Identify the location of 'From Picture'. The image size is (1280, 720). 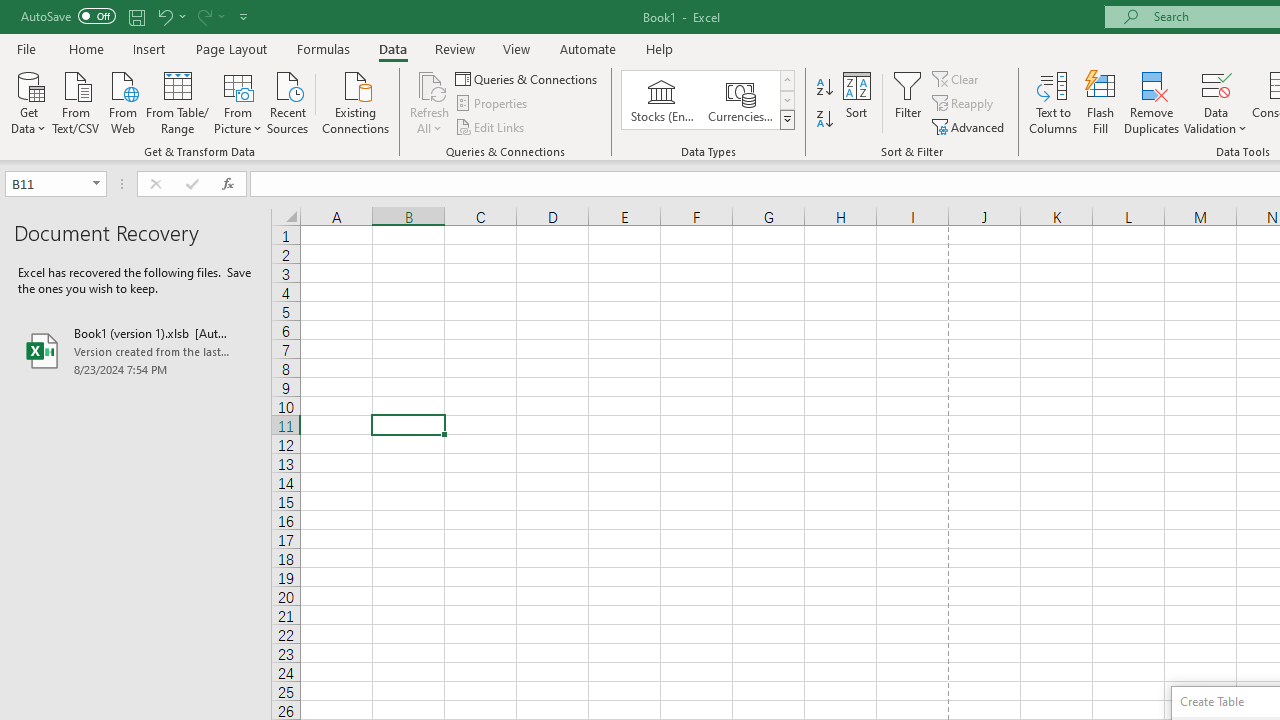
(238, 101).